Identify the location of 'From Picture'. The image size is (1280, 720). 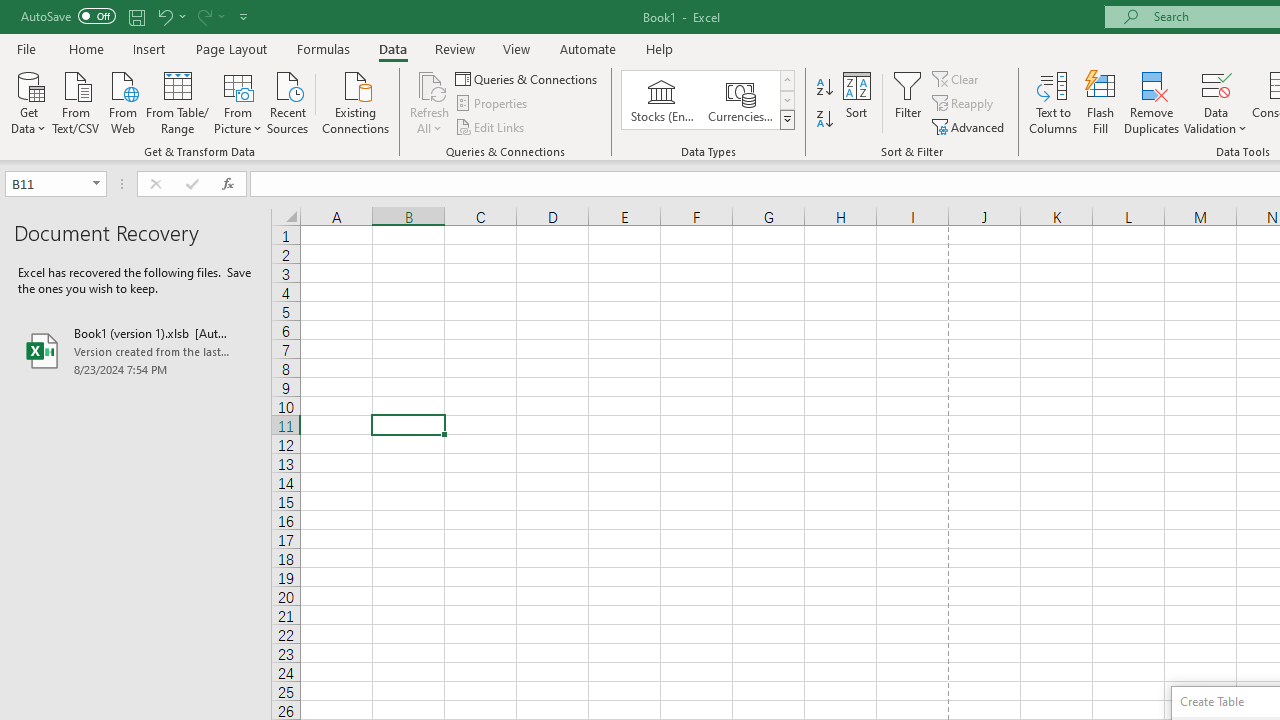
(238, 101).